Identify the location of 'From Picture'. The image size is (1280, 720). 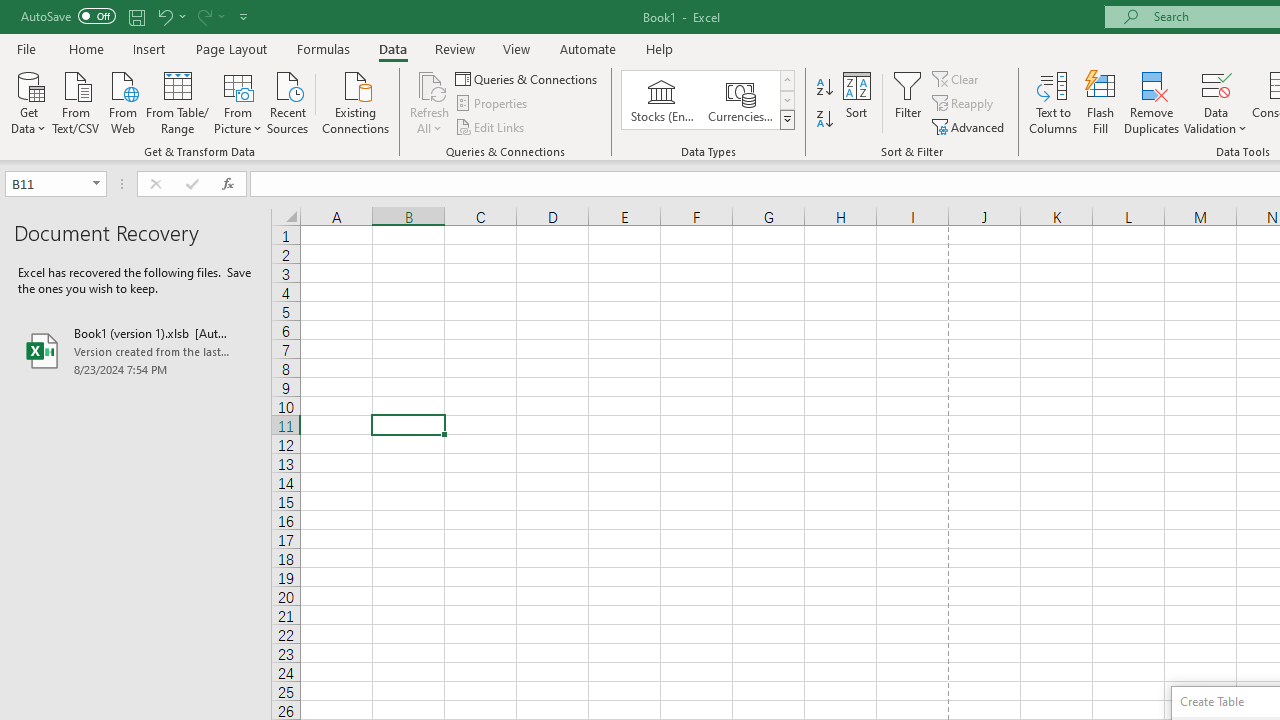
(238, 101).